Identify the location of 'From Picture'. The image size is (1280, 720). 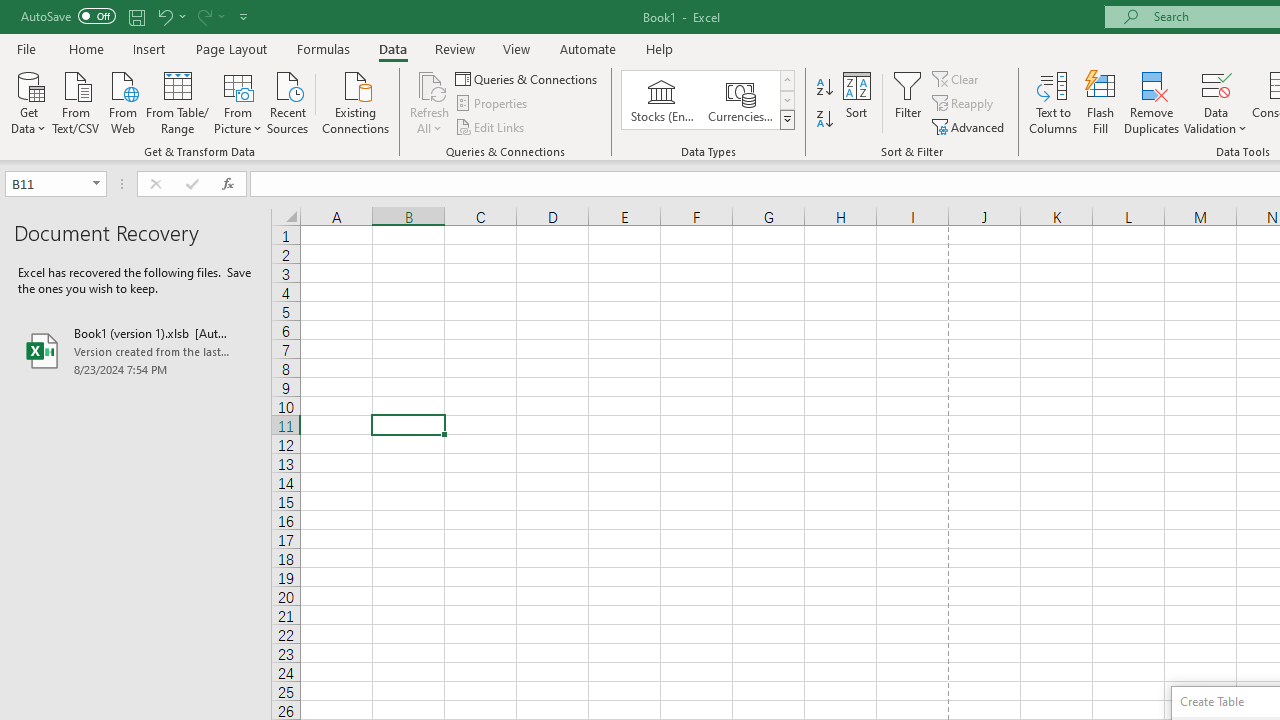
(238, 101).